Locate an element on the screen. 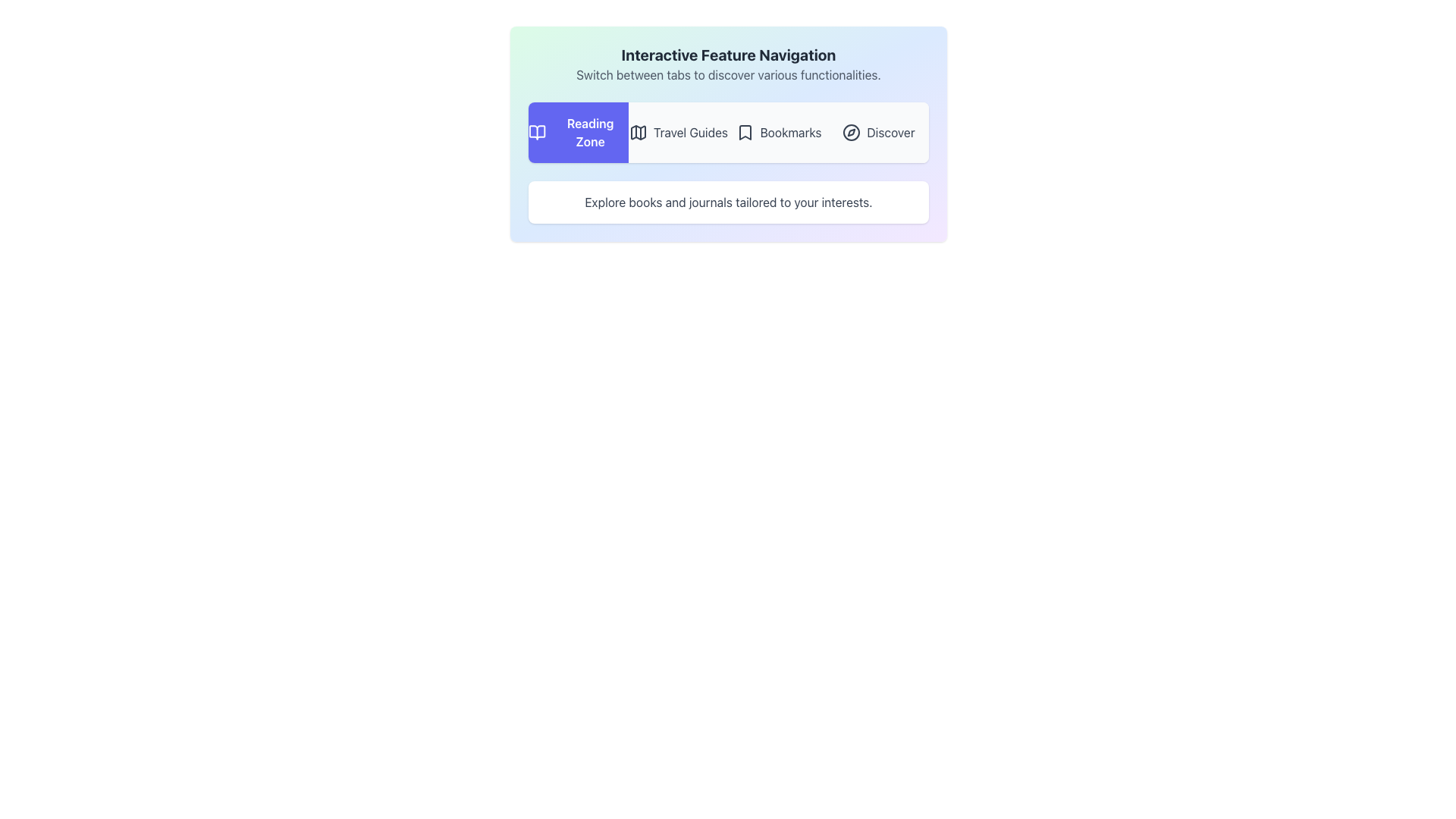 The image size is (1456, 819). text in the Text description area that contains the message 'Explore books and journals tailored to your interests' is located at coordinates (728, 201).